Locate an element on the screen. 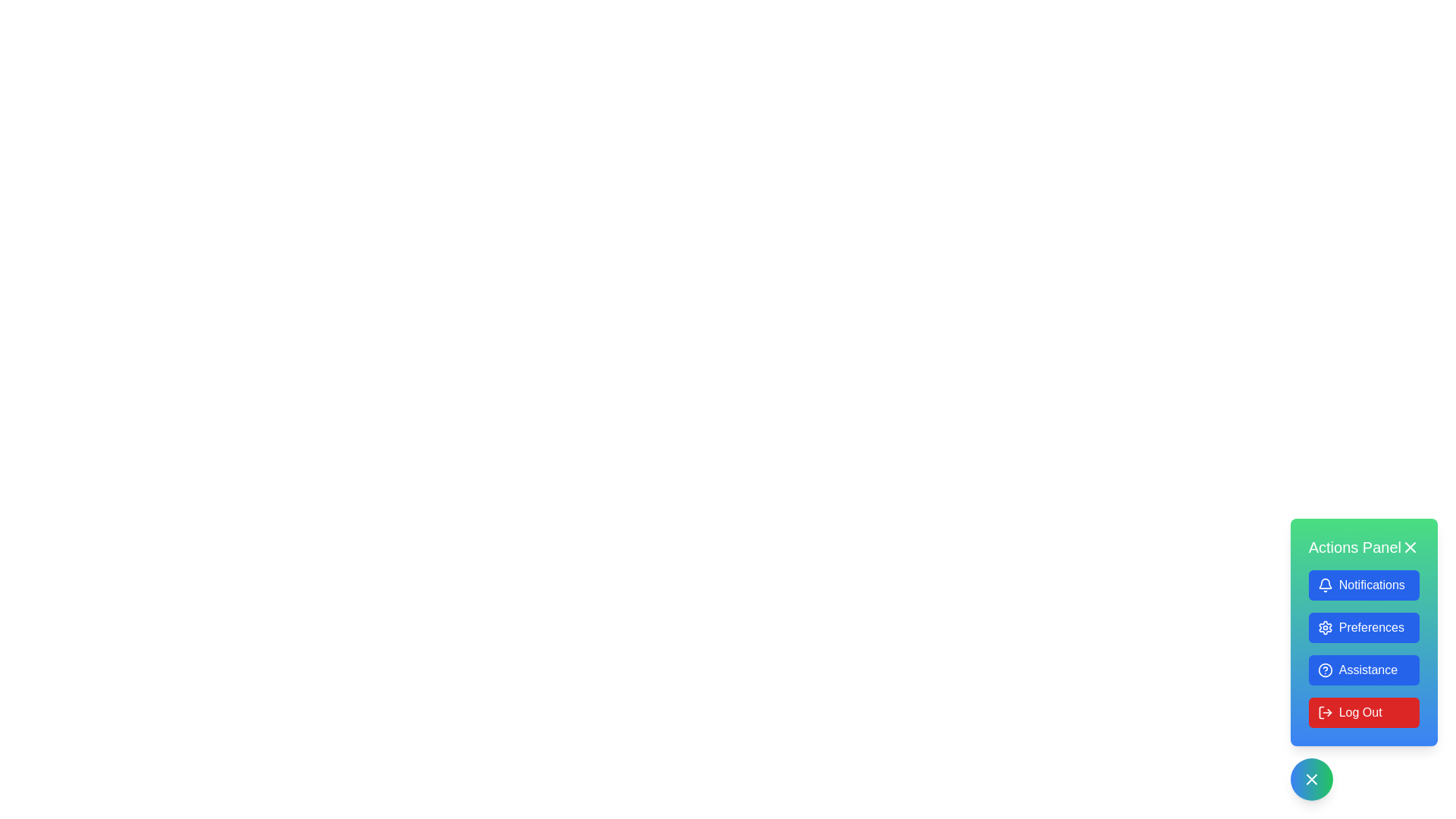 The image size is (1456, 819). the close button represented by an 'X' icon located in the upper-right corner of the green header labeled 'Actions Panel' is located at coordinates (1410, 547).